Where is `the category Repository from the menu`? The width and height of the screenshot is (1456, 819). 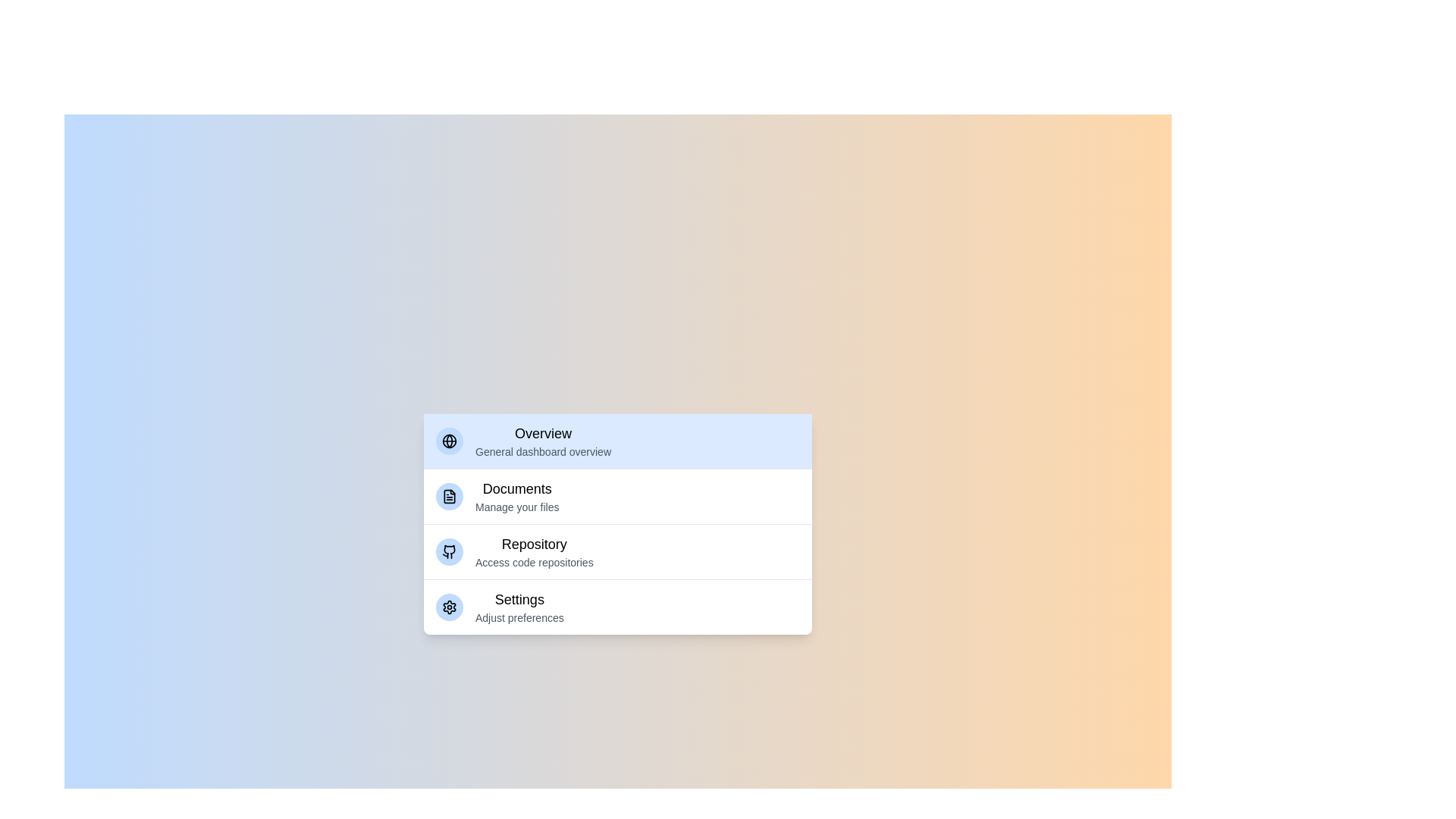 the category Repository from the menu is located at coordinates (618, 551).